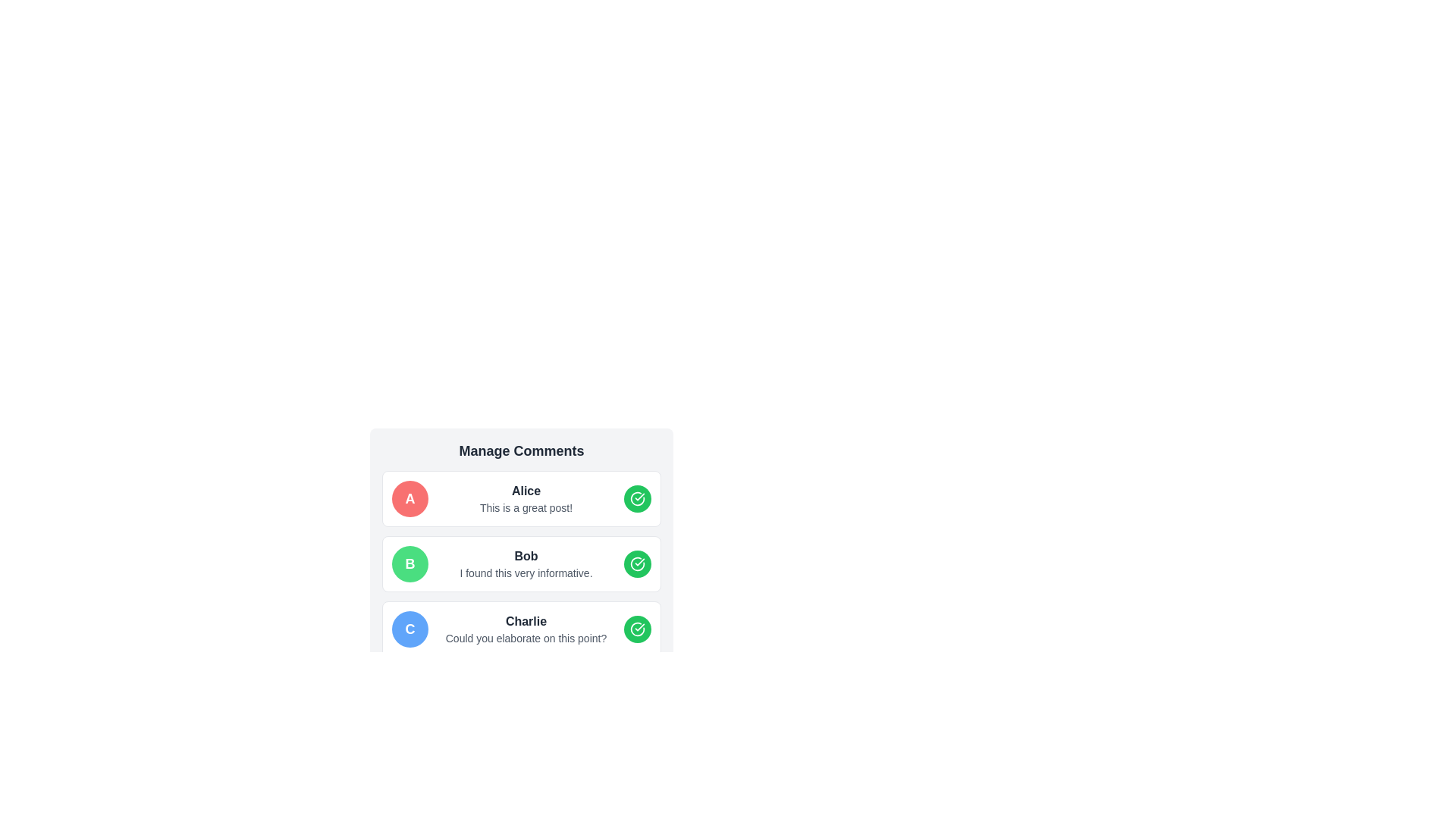 The width and height of the screenshot is (1456, 819). I want to click on the text label that denotes the name of a user, positioned at the bottom of the vertically stacked list, beneath another content block, so click(526, 622).